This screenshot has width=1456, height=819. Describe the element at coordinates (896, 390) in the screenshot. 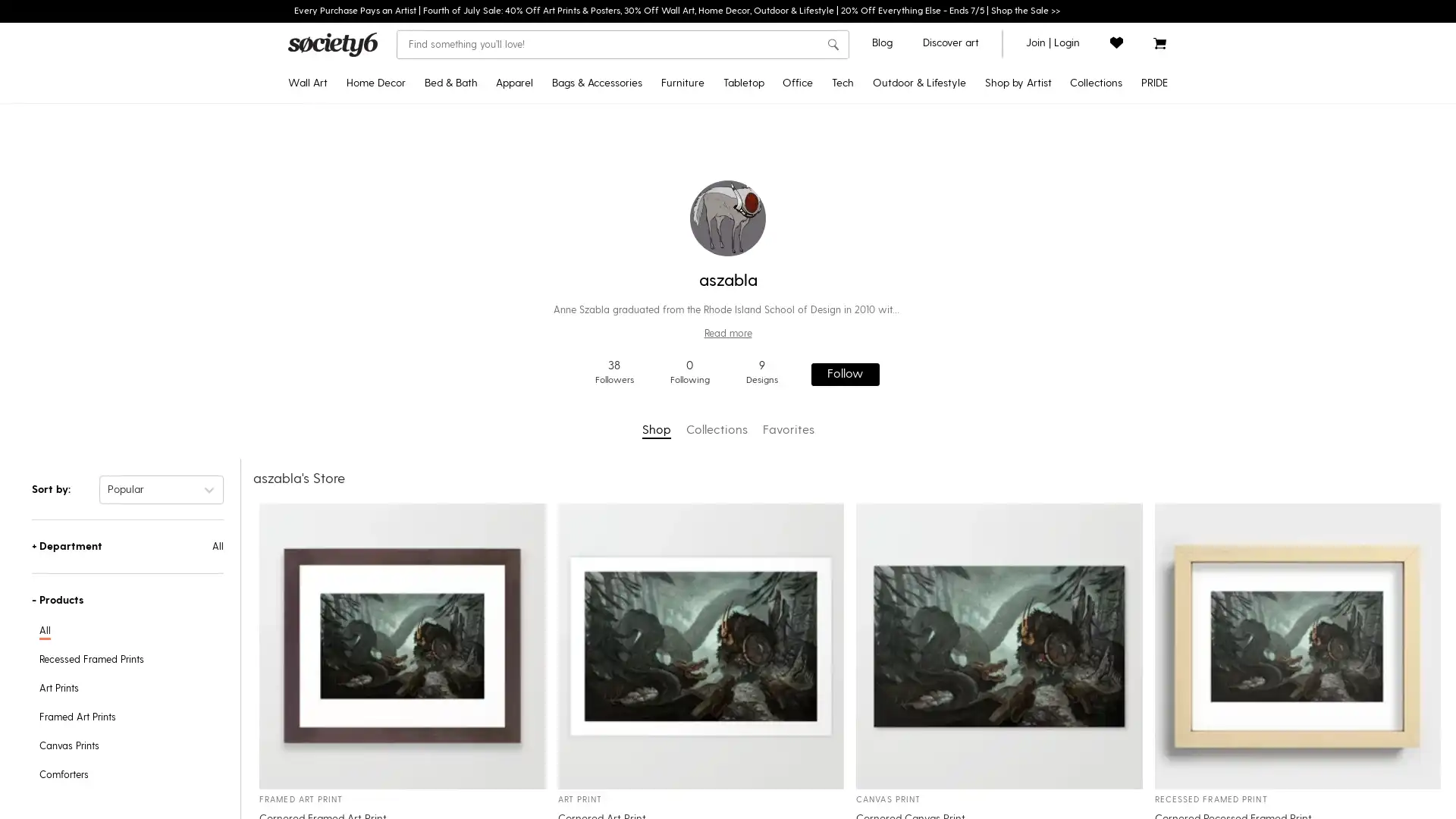

I see `iPhone Skins` at that location.